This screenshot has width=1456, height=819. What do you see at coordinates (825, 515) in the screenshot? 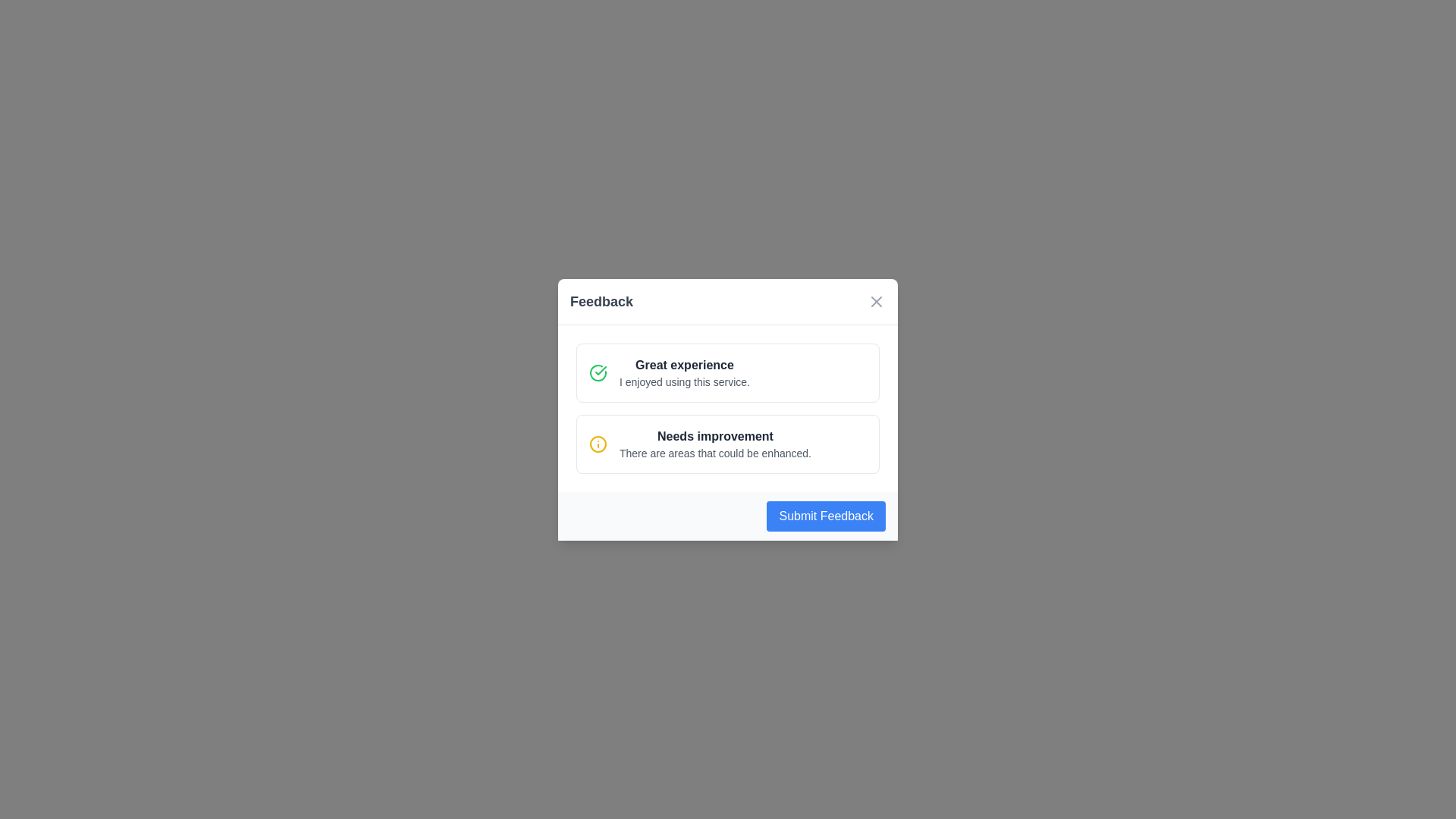
I see `the 'Submit Feedback' button to submit the selected feedback` at bounding box center [825, 515].